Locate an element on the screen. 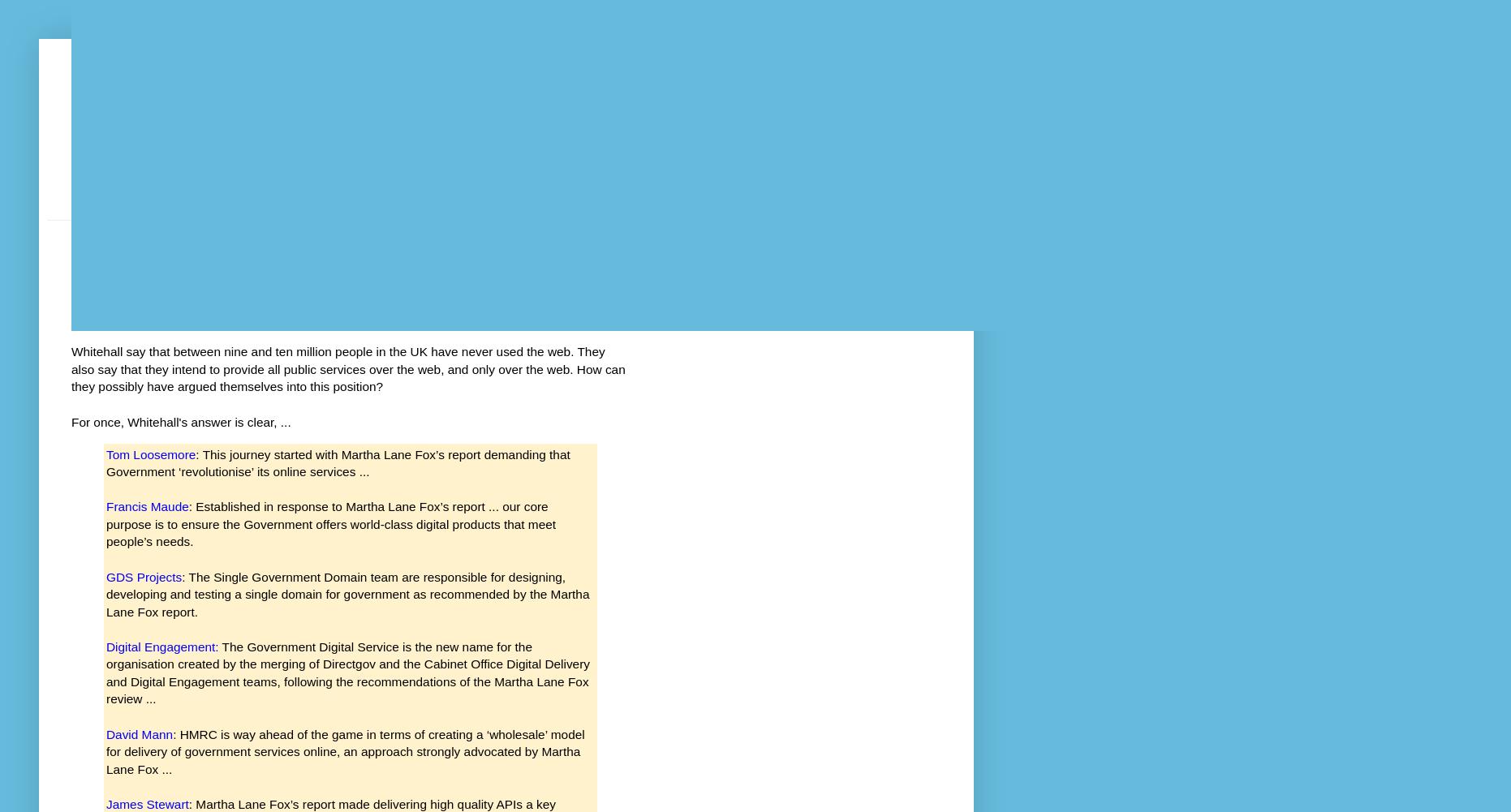 The image size is (1511, 812). 'David Mann' is located at coordinates (139, 733).